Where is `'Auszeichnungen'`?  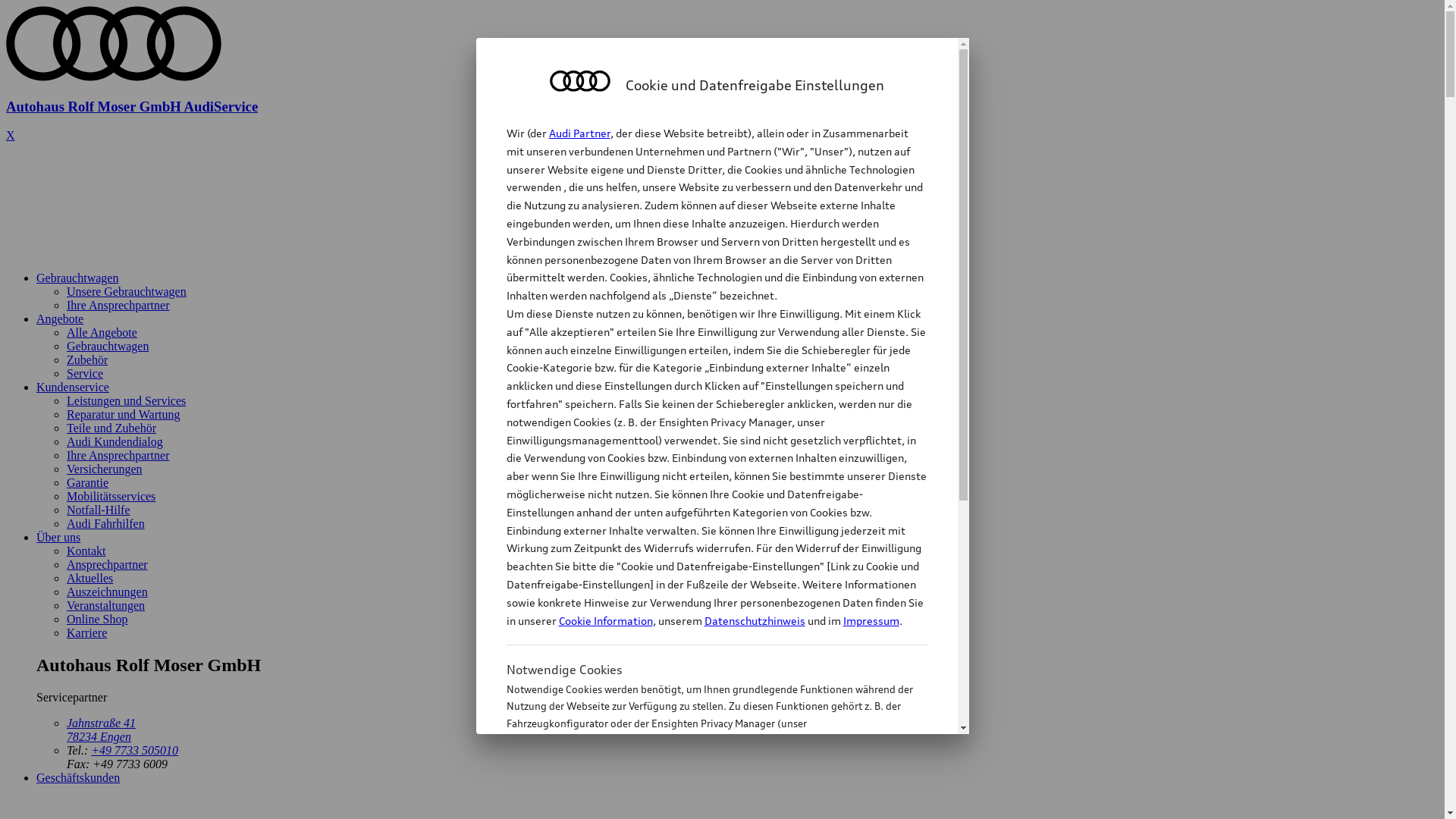 'Auszeichnungen' is located at coordinates (106, 591).